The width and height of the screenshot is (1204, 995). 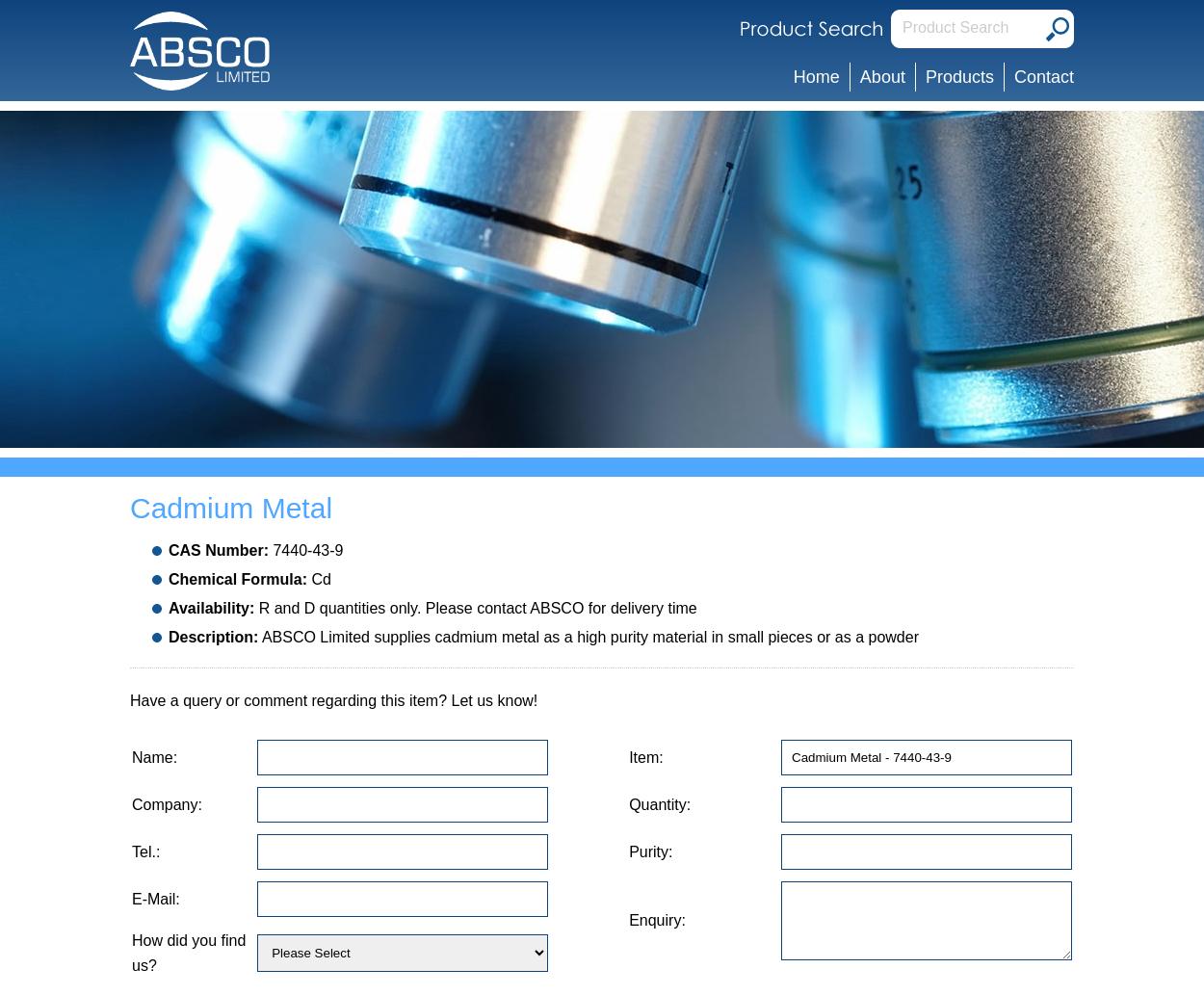 I want to click on 'Tel.:', so click(x=132, y=850).